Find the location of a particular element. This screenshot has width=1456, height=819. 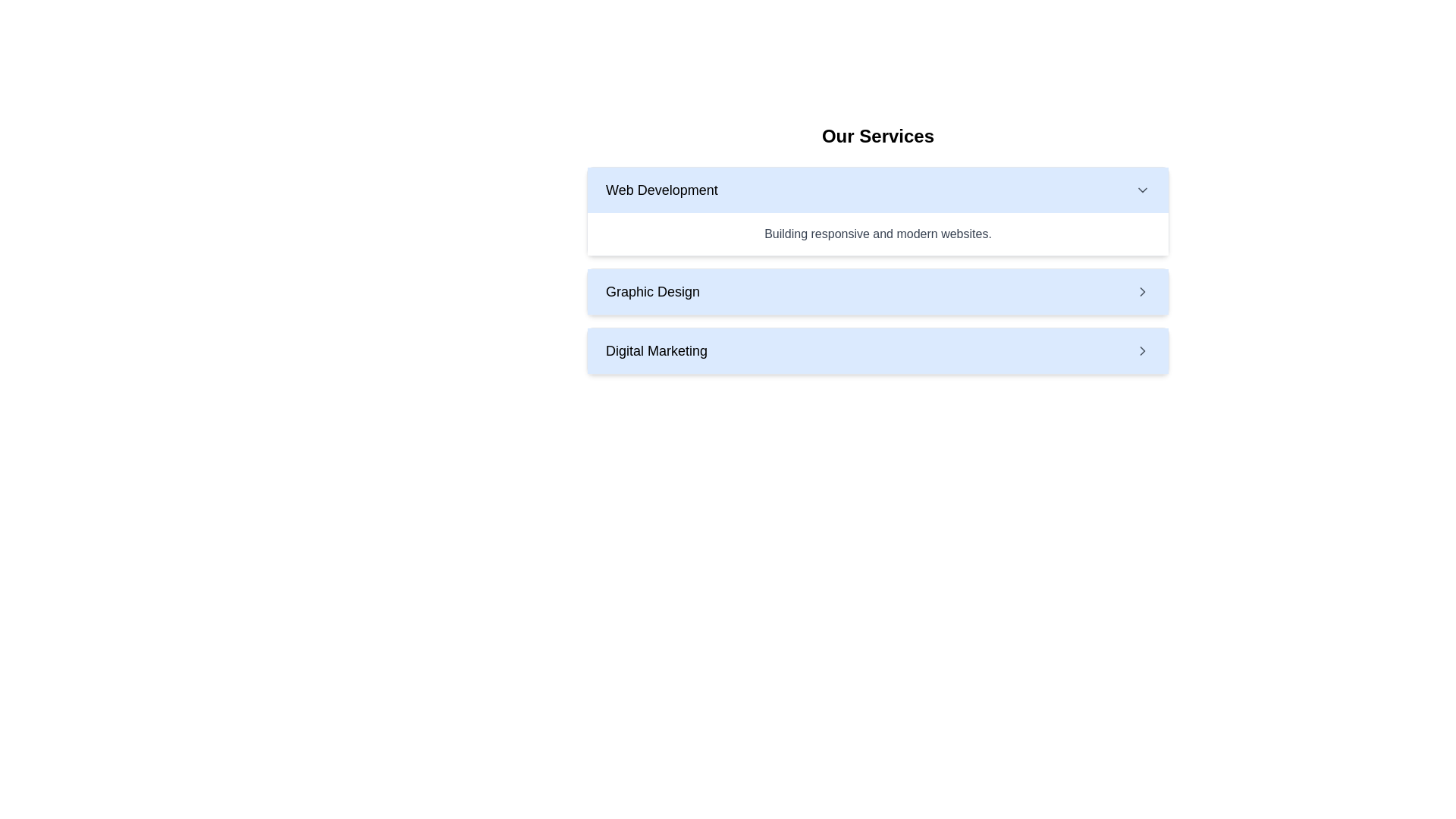

the chevron icon located at the far-right side of the 'Web Development' section is located at coordinates (1143, 189).